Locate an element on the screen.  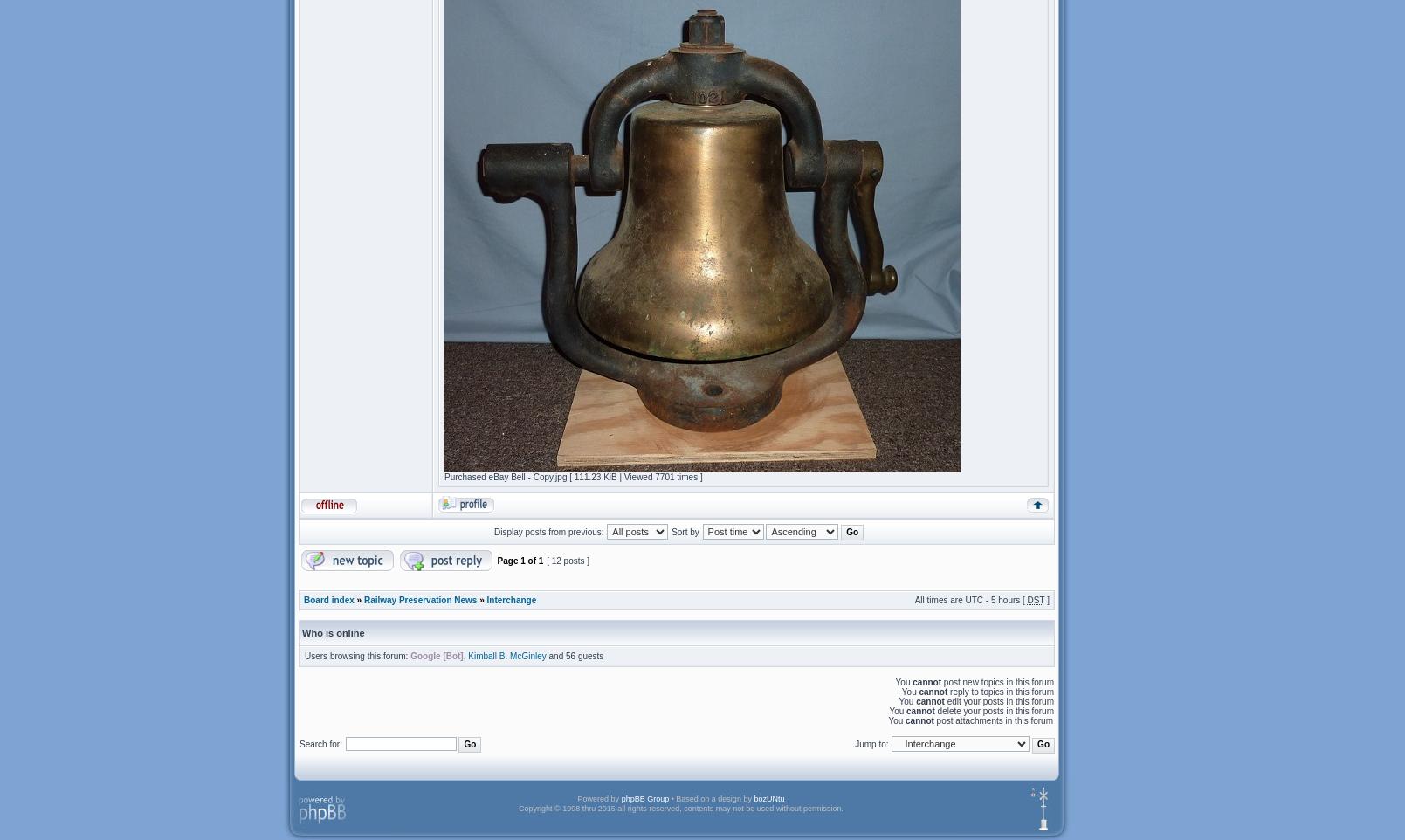
'post new topics in this forum' is located at coordinates (941, 681).